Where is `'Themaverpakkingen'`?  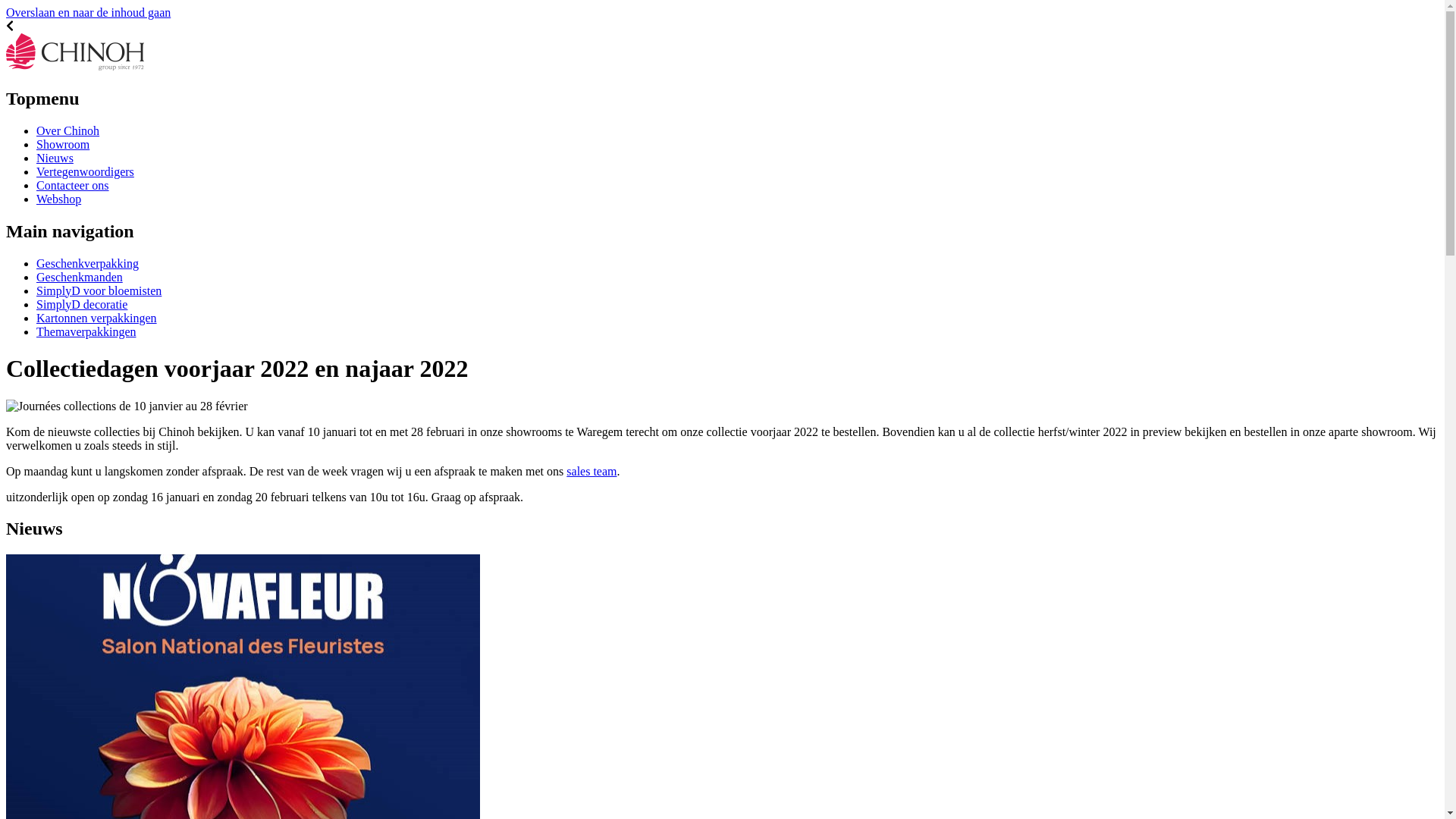
'Themaverpakkingen' is located at coordinates (86, 331).